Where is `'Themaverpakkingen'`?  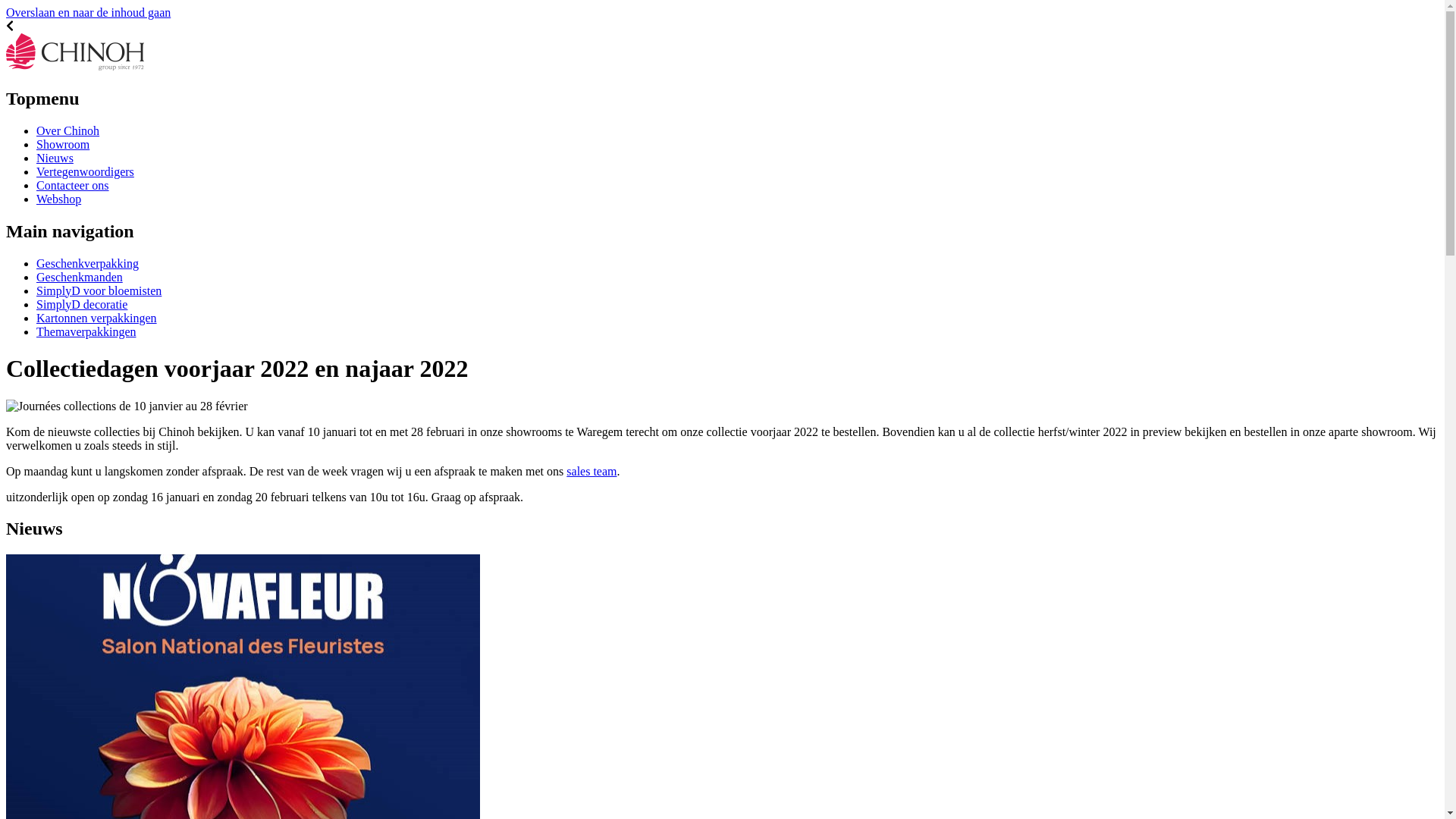
'Themaverpakkingen' is located at coordinates (86, 331).